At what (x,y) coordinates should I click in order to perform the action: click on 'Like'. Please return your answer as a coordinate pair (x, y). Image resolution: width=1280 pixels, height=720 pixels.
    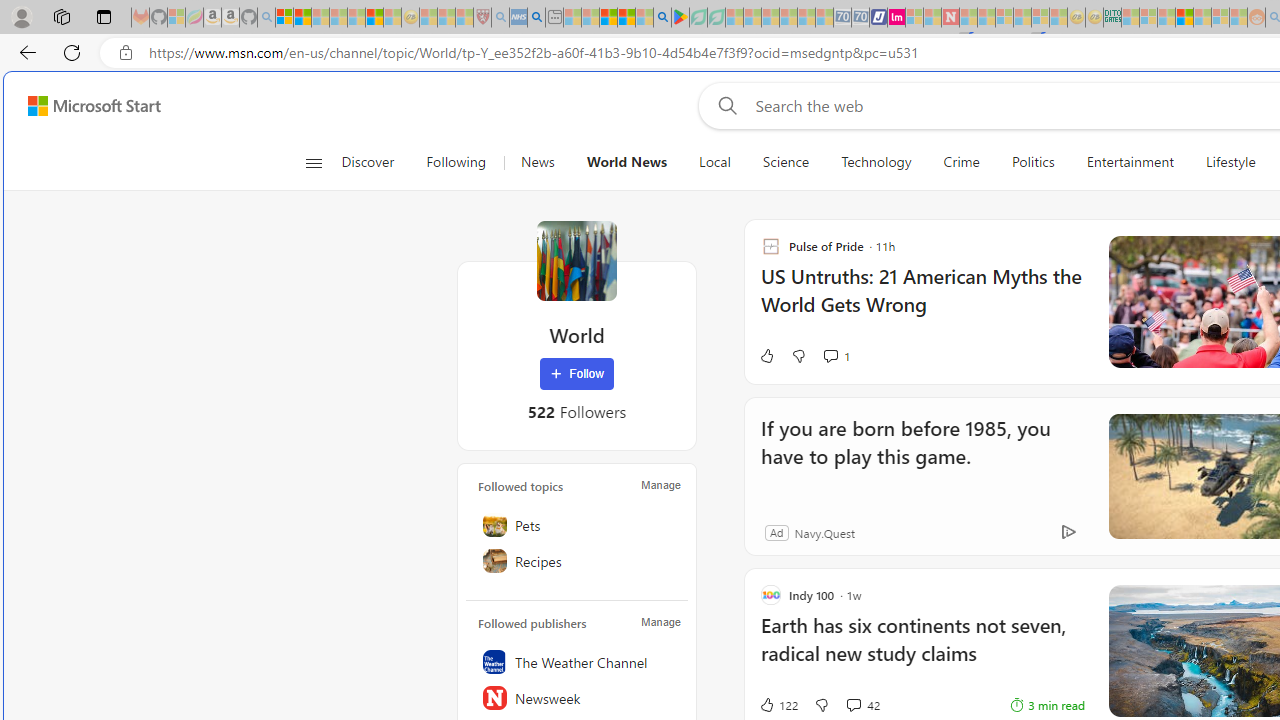
    Looking at the image, I should click on (765, 355).